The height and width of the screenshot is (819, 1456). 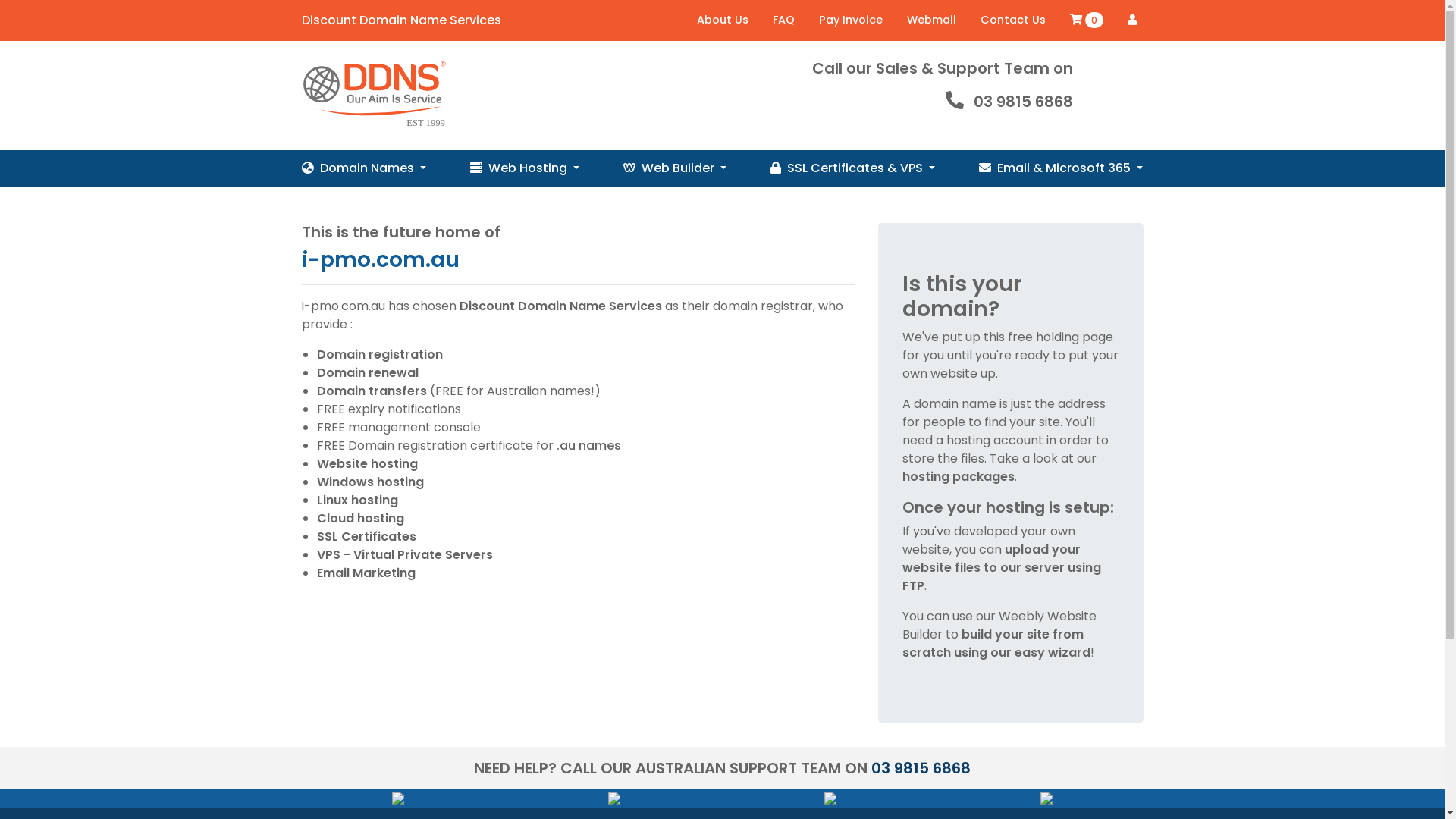 What do you see at coordinates (372, 390) in the screenshot?
I see `'Domain transfers'` at bounding box center [372, 390].